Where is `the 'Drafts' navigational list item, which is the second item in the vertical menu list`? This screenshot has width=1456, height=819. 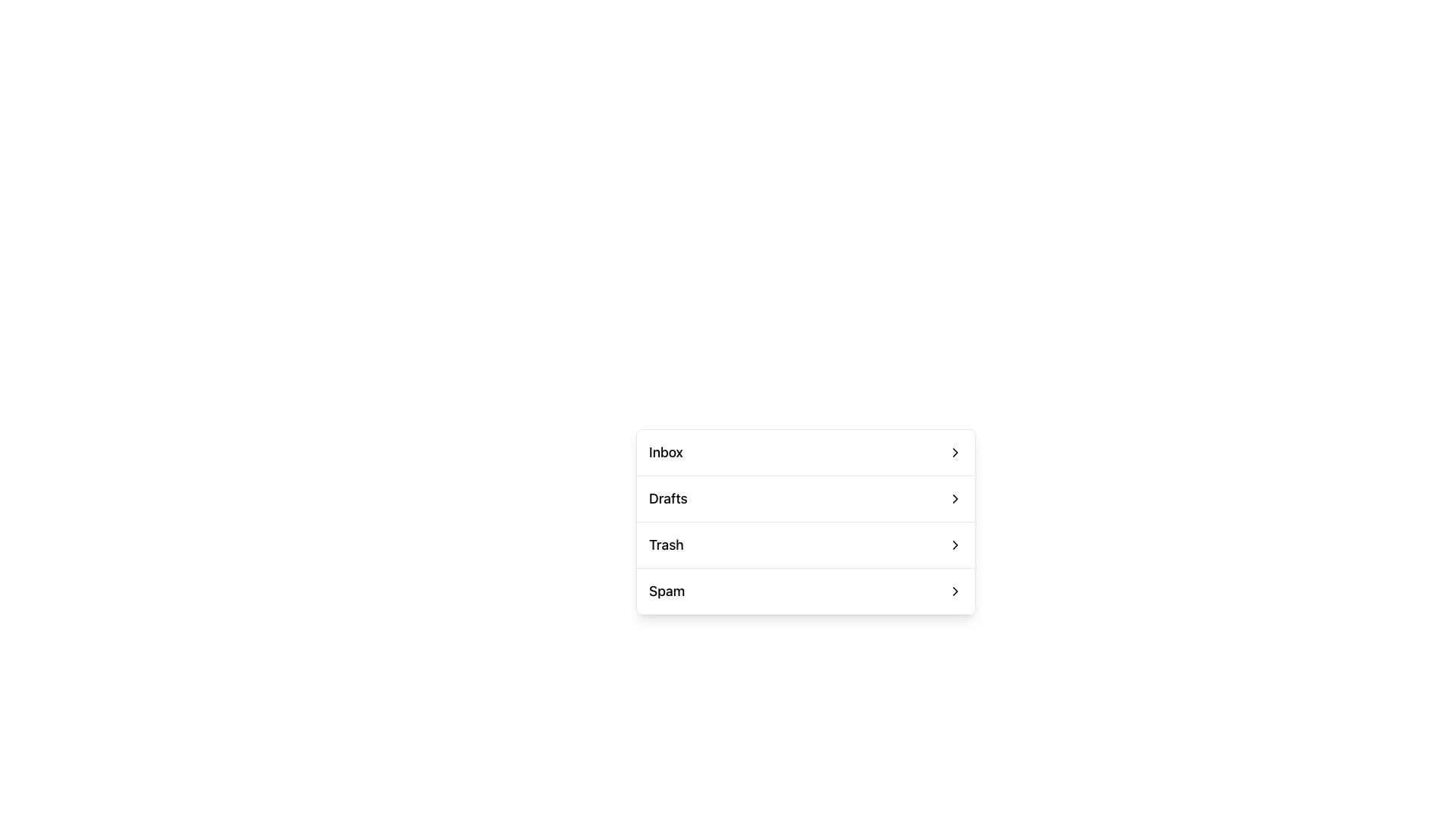
the 'Drafts' navigational list item, which is the second item in the vertical menu list is located at coordinates (805, 499).